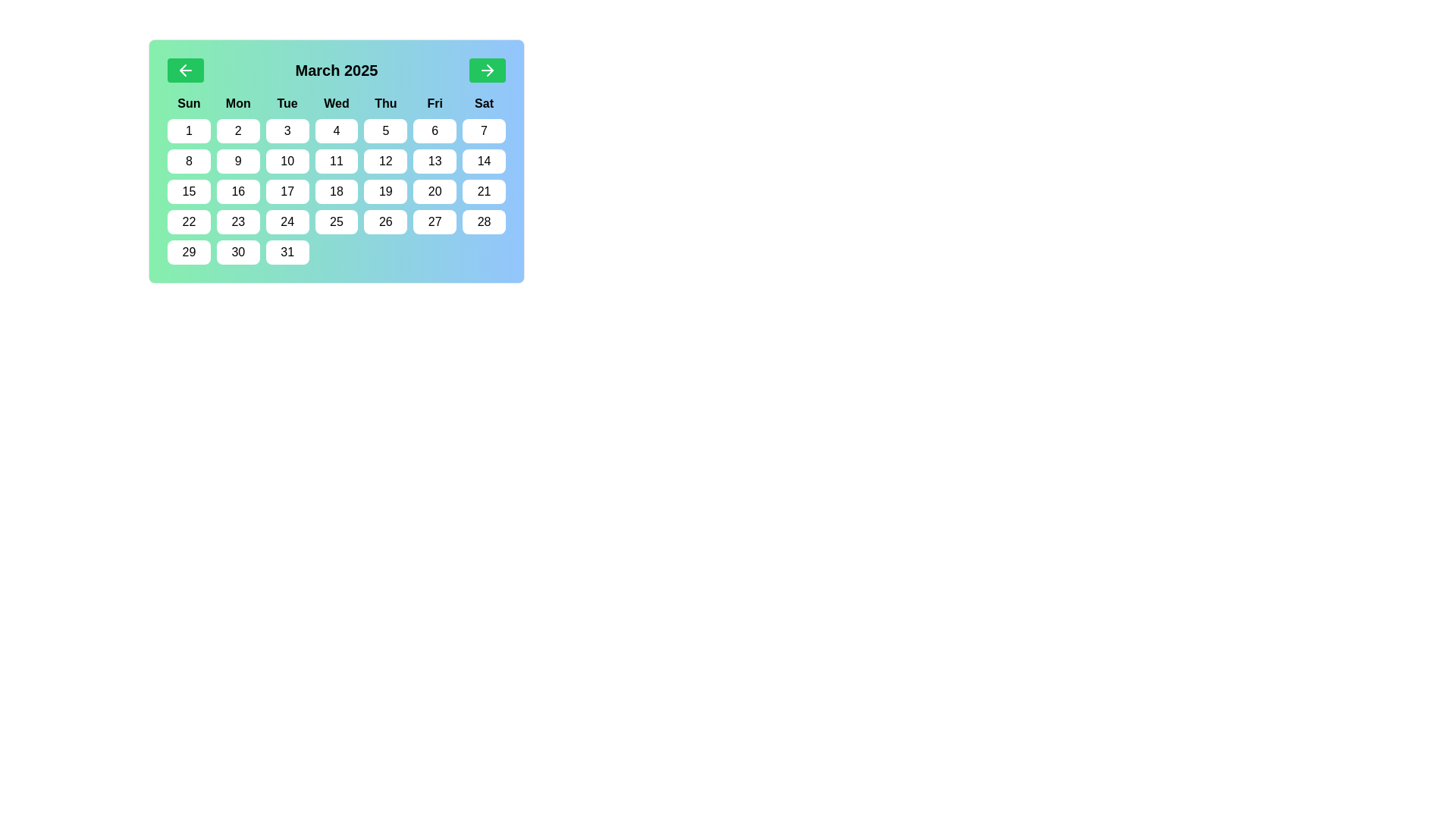 The width and height of the screenshot is (1456, 819). What do you see at coordinates (434, 191) in the screenshot?
I see `the button that represents the date '20' in the calendar located in the sixth column of the fifth row, below the header 'Fri'` at bounding box center [434, 191].